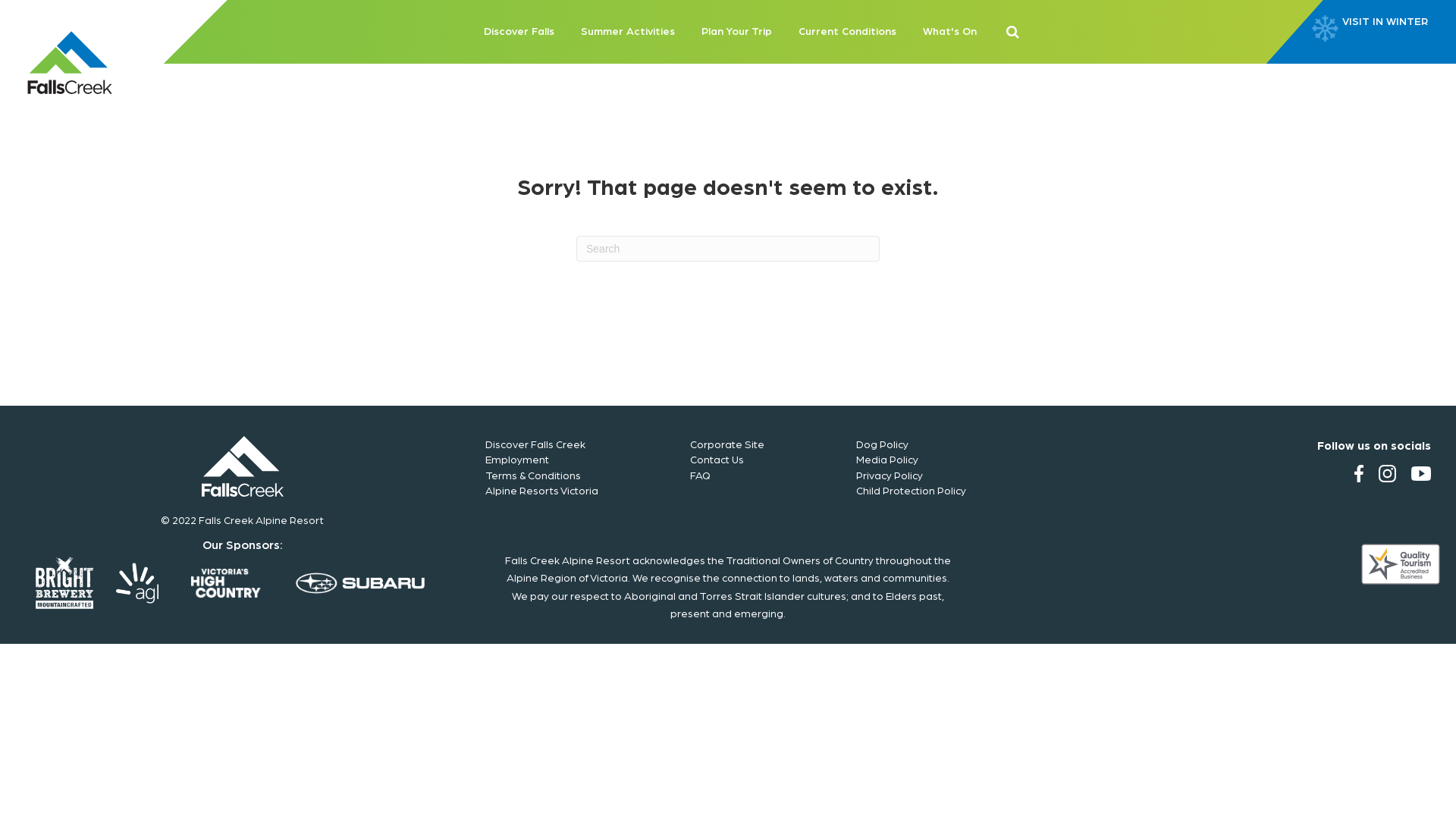 The width and height of the screenshot is (1456, 819). Describe the element at coordinates (519, 32) in the screenshot. I see `'Discover Falls'` at that location.